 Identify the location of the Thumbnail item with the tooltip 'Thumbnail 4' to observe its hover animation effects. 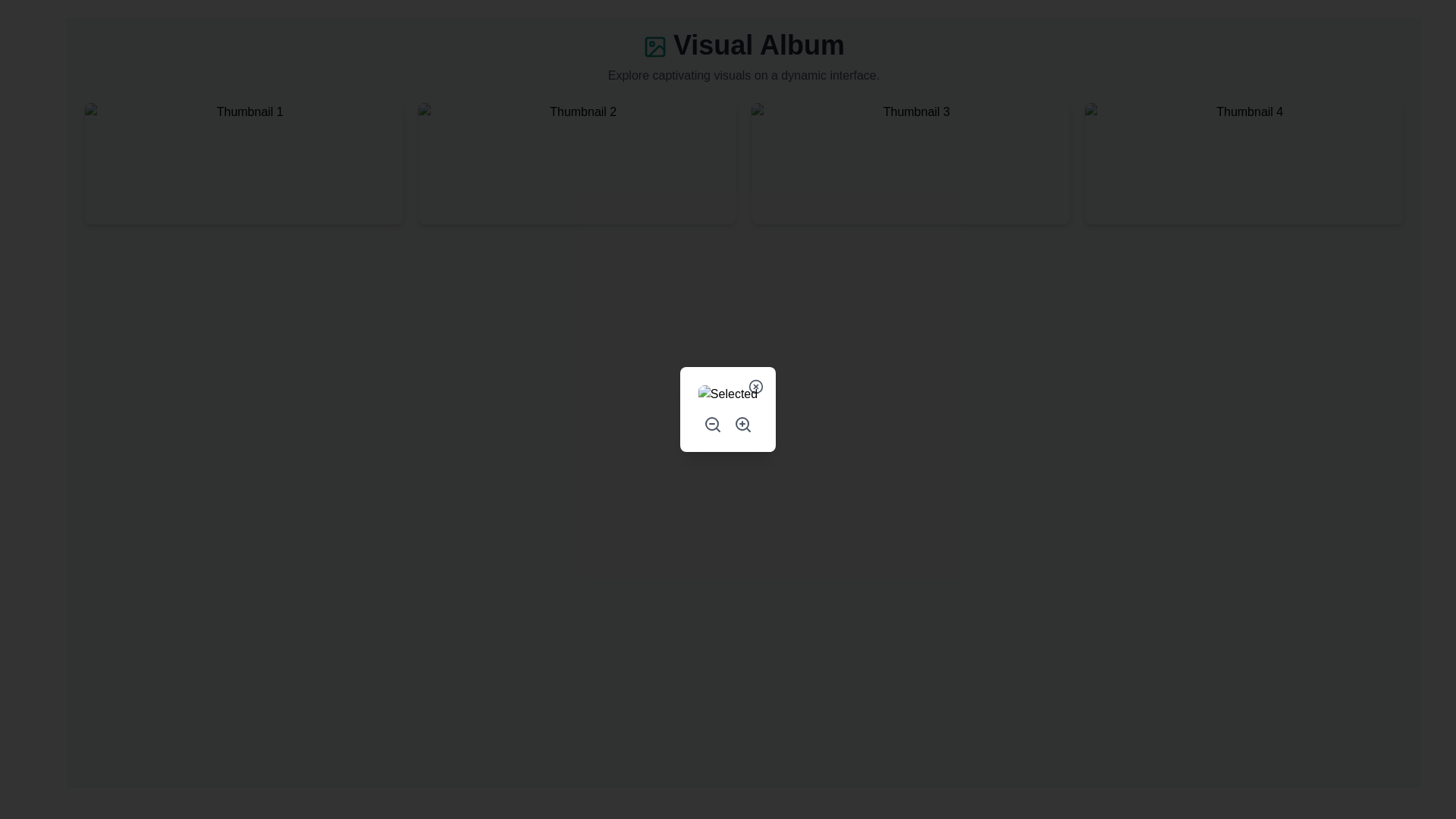
(1244, 164).